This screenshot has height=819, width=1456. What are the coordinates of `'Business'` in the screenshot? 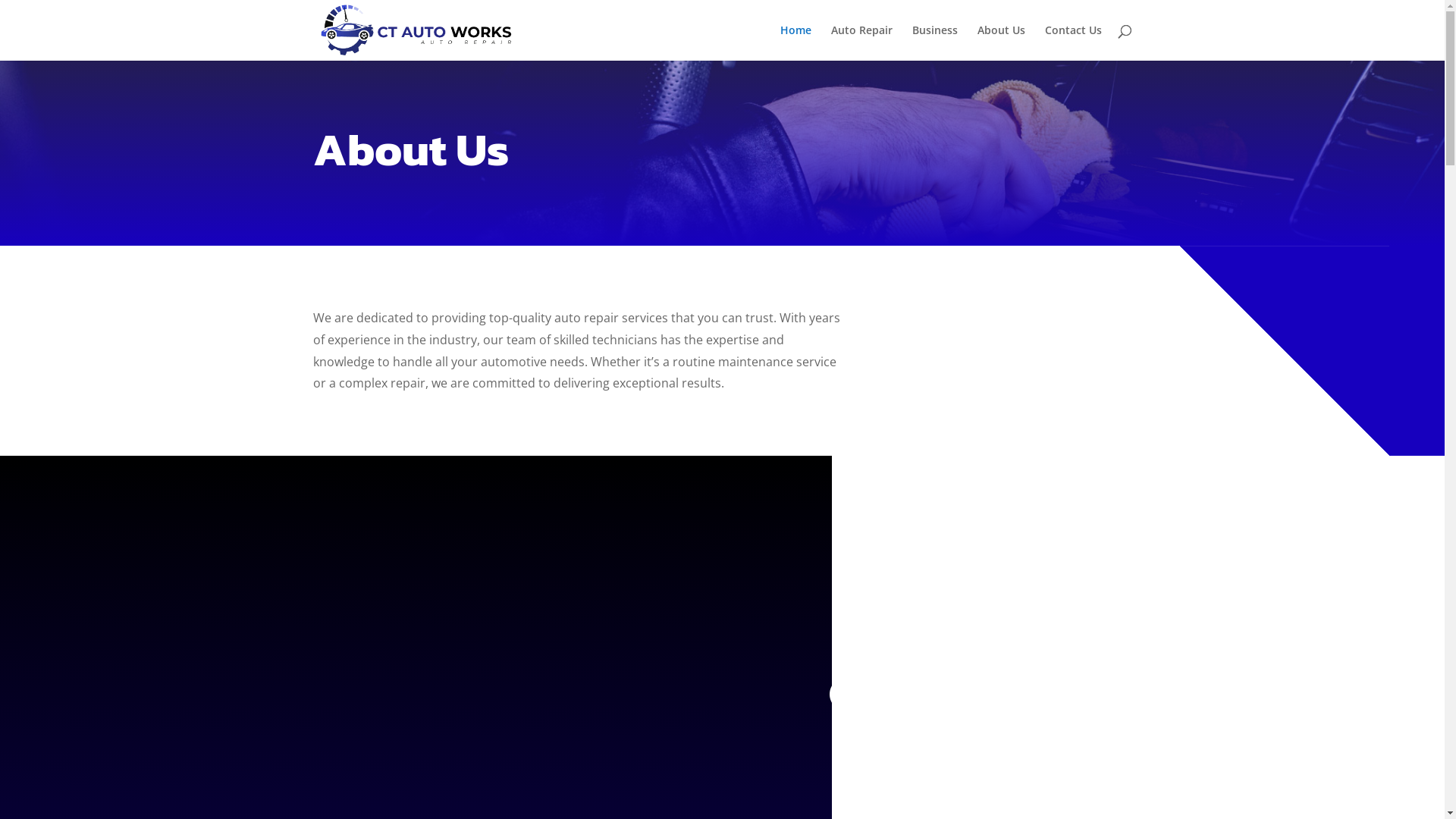 It's located at (934, 42).